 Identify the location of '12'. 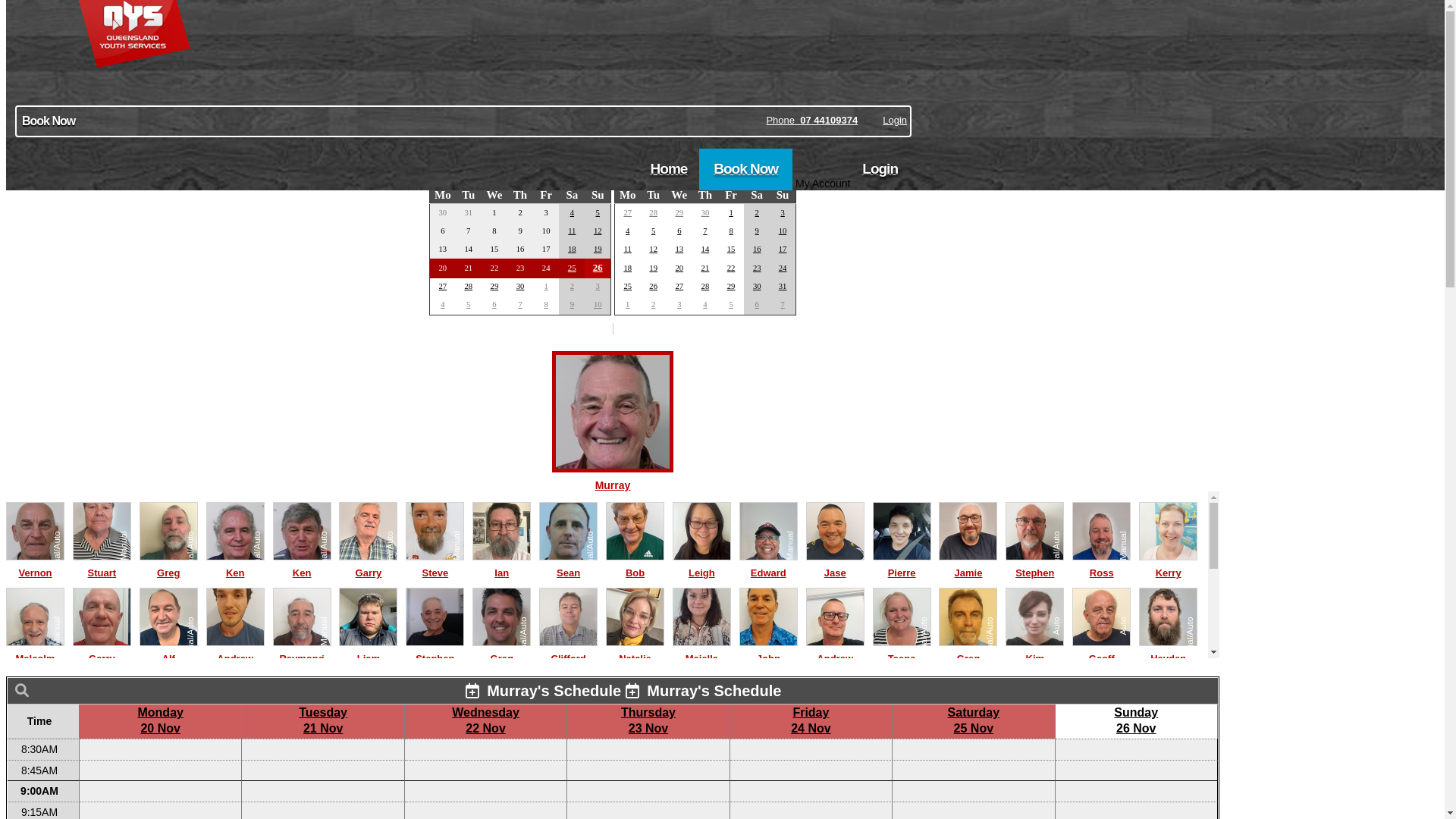
(653, 248).